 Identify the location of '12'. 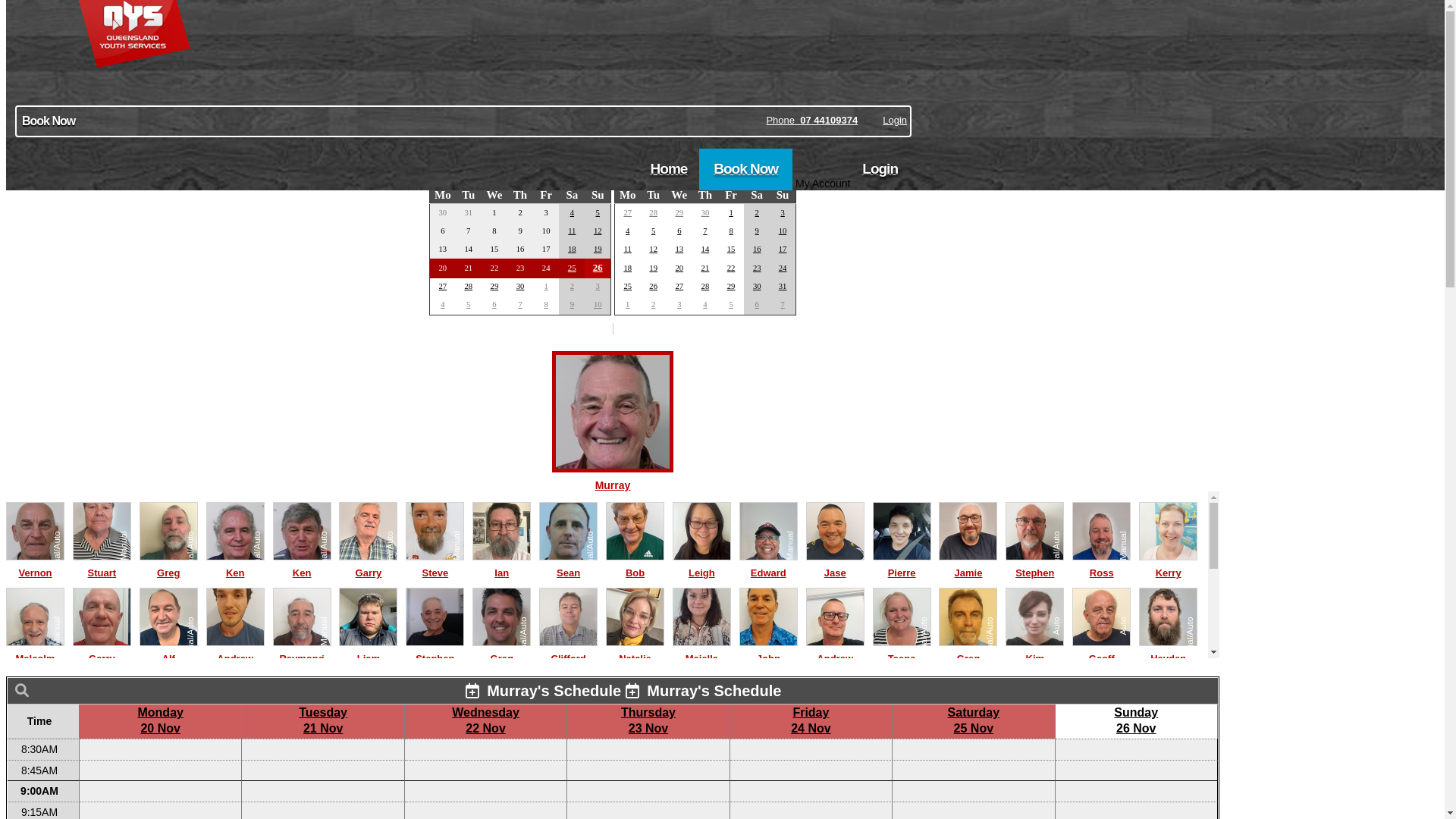
(653, 248).